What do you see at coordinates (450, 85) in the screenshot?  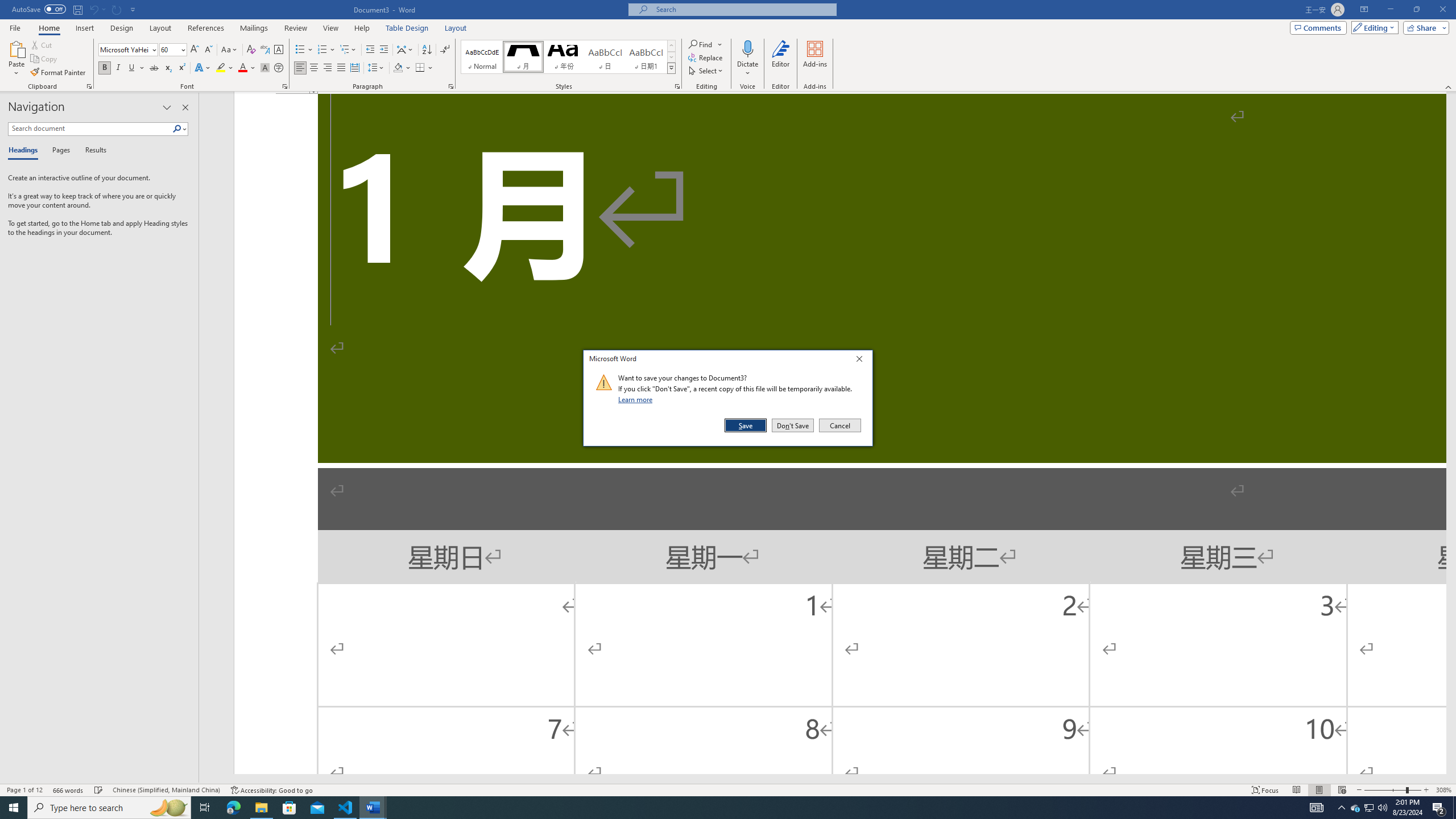 I see `'Paragraph...'` at bounding box center [450, 85].